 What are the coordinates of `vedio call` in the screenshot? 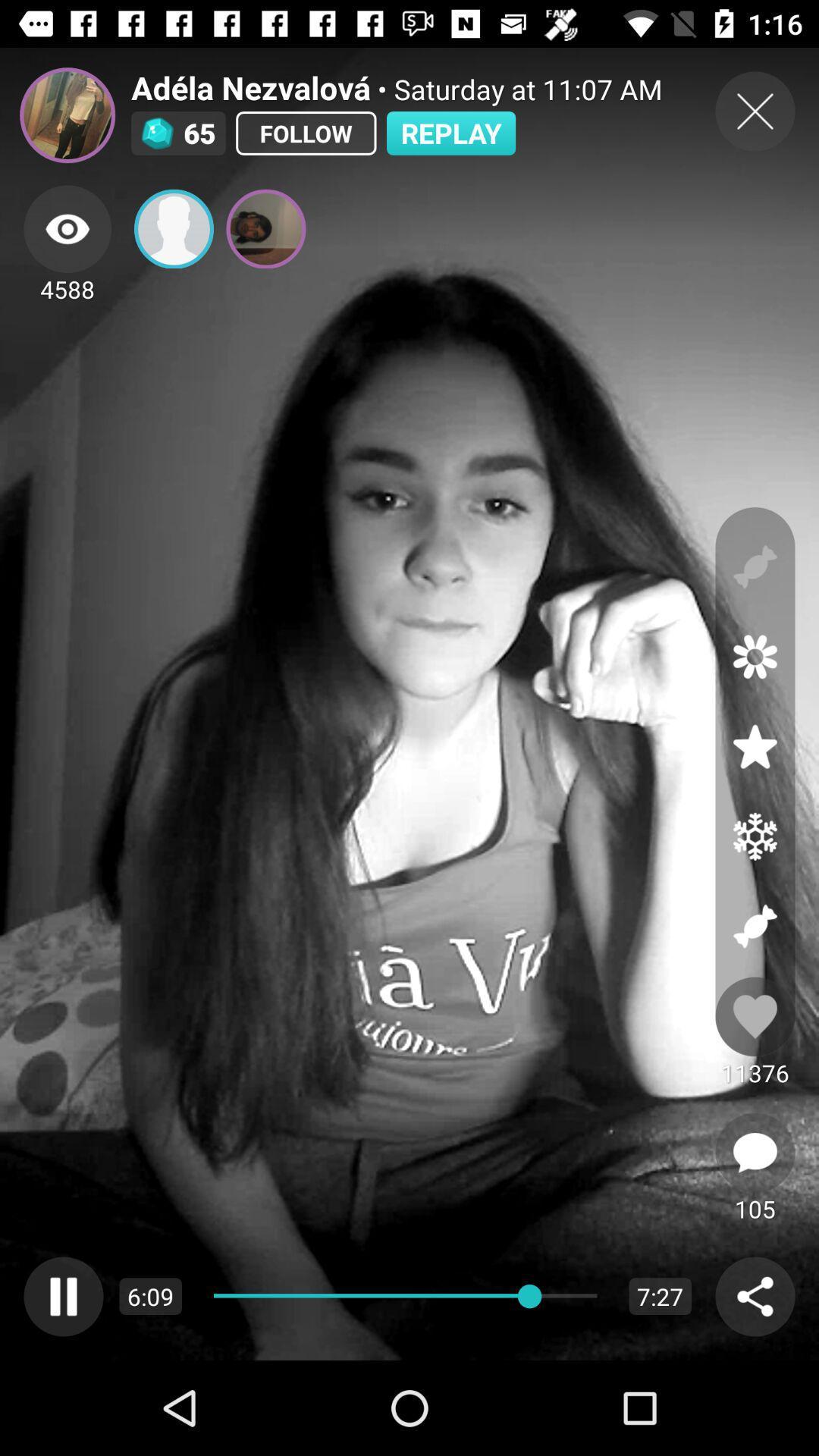 It's located at (173, 228).